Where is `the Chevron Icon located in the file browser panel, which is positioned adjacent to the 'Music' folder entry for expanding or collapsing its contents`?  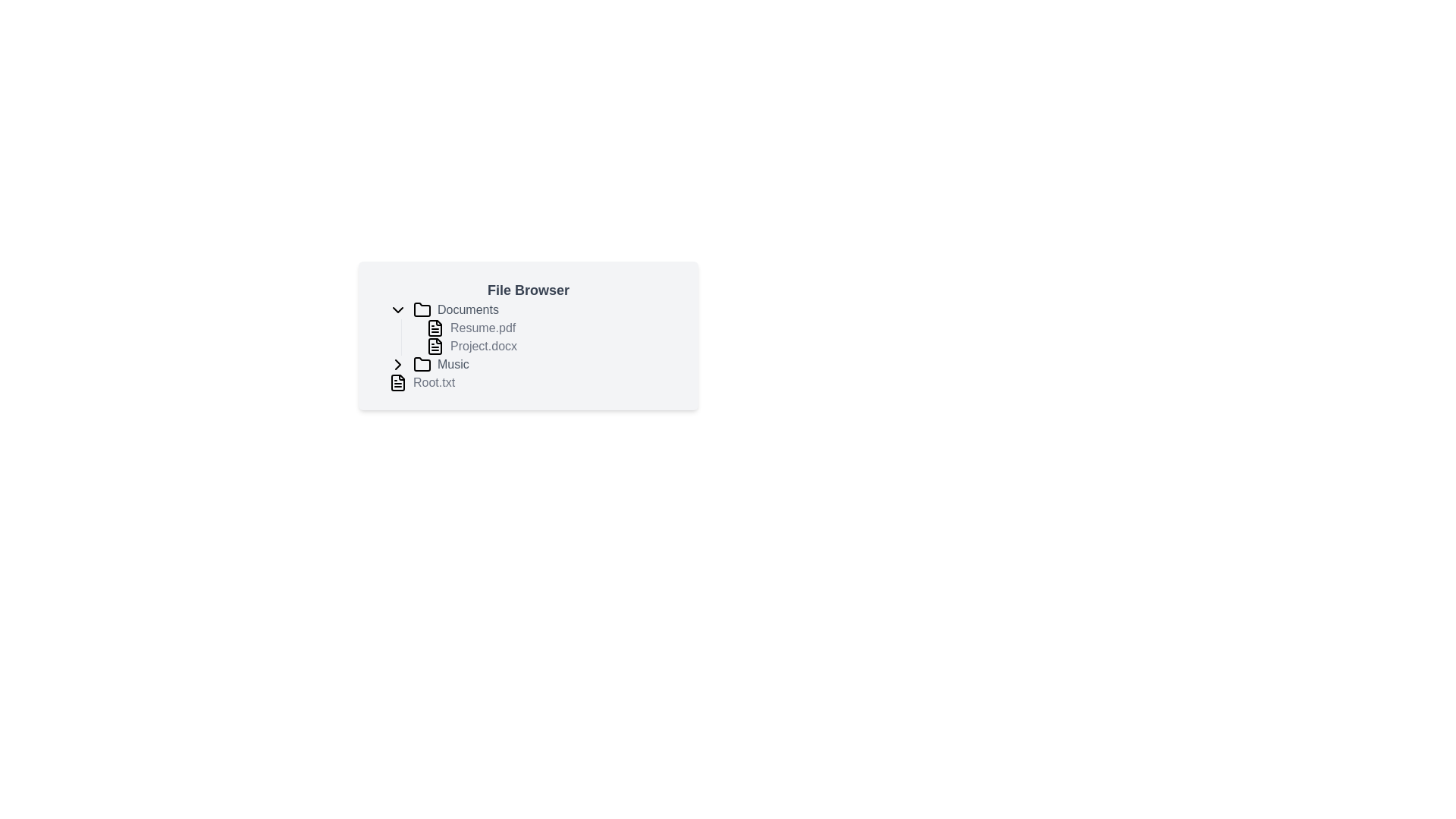
the Chevron Icon located in the file browser panel, which is positioned adjacent to the 'Music' folder entry for expanding or collapsing its contents is located at coordinates (397, 365).